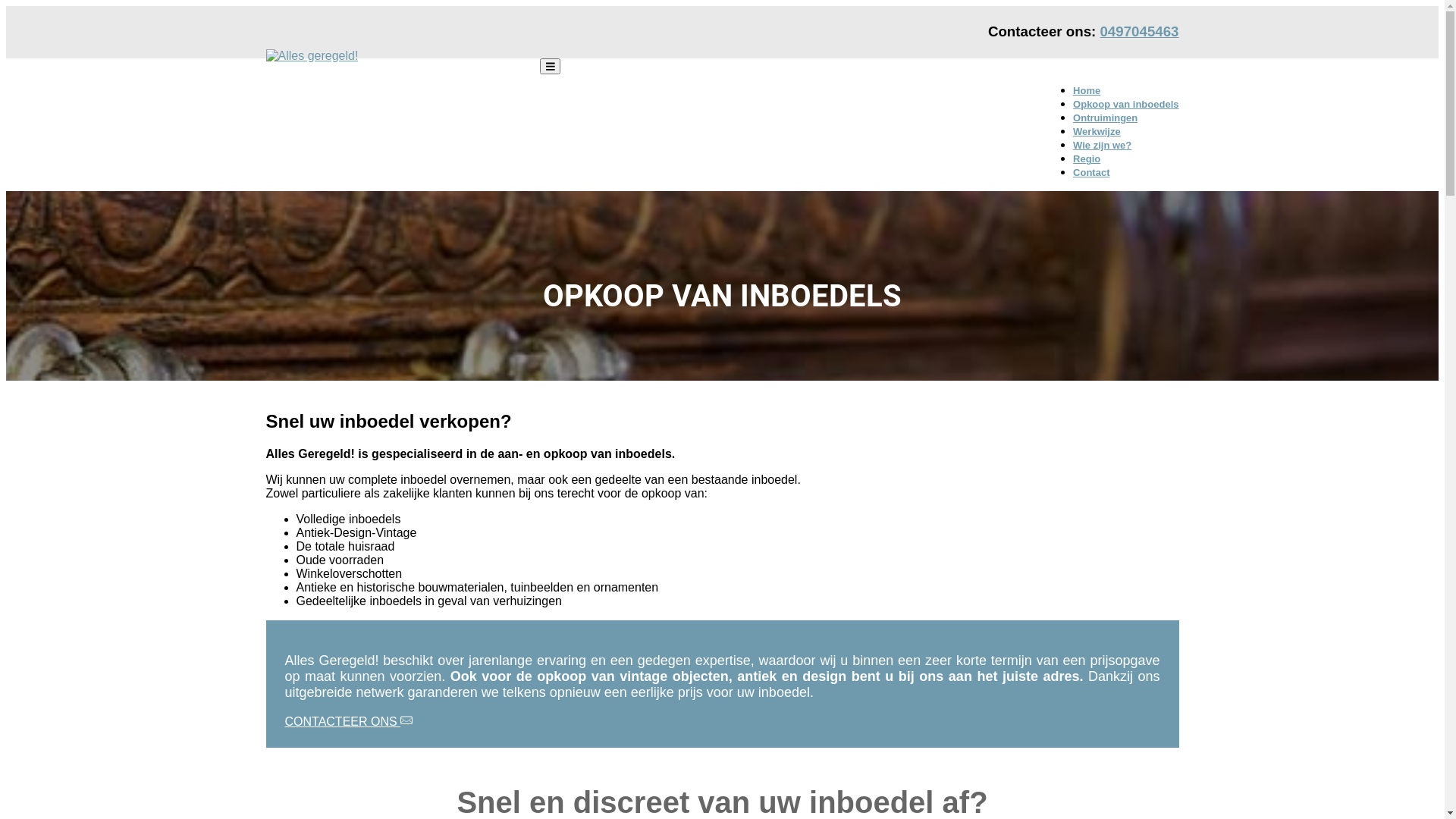 The height and width of the screenshot is (819, 1456). I want to click on 'Opkoop van inboedels', so click(1072, 103).